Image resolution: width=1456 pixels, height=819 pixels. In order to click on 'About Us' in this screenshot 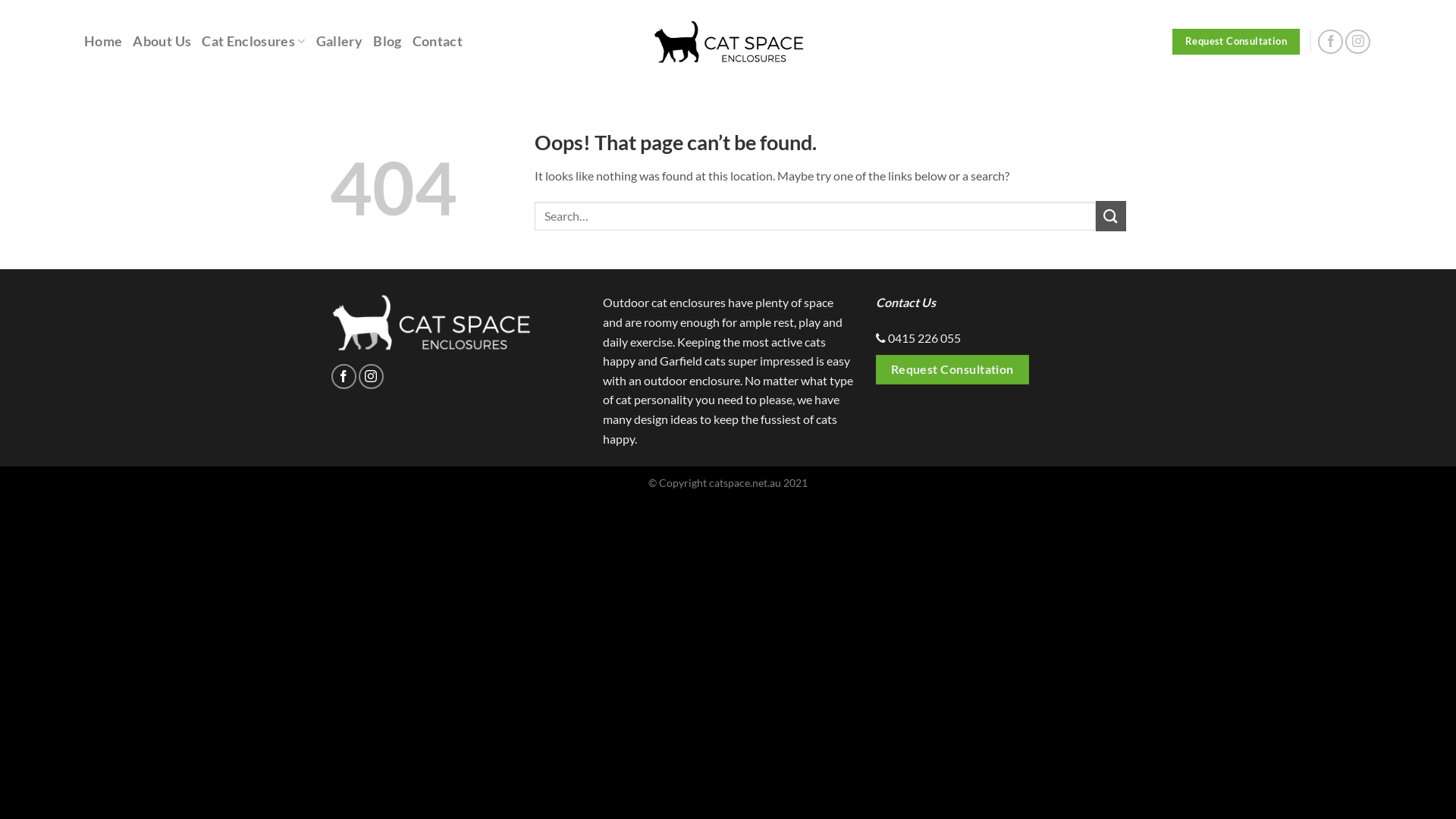, I will do `click(162, 40)`.